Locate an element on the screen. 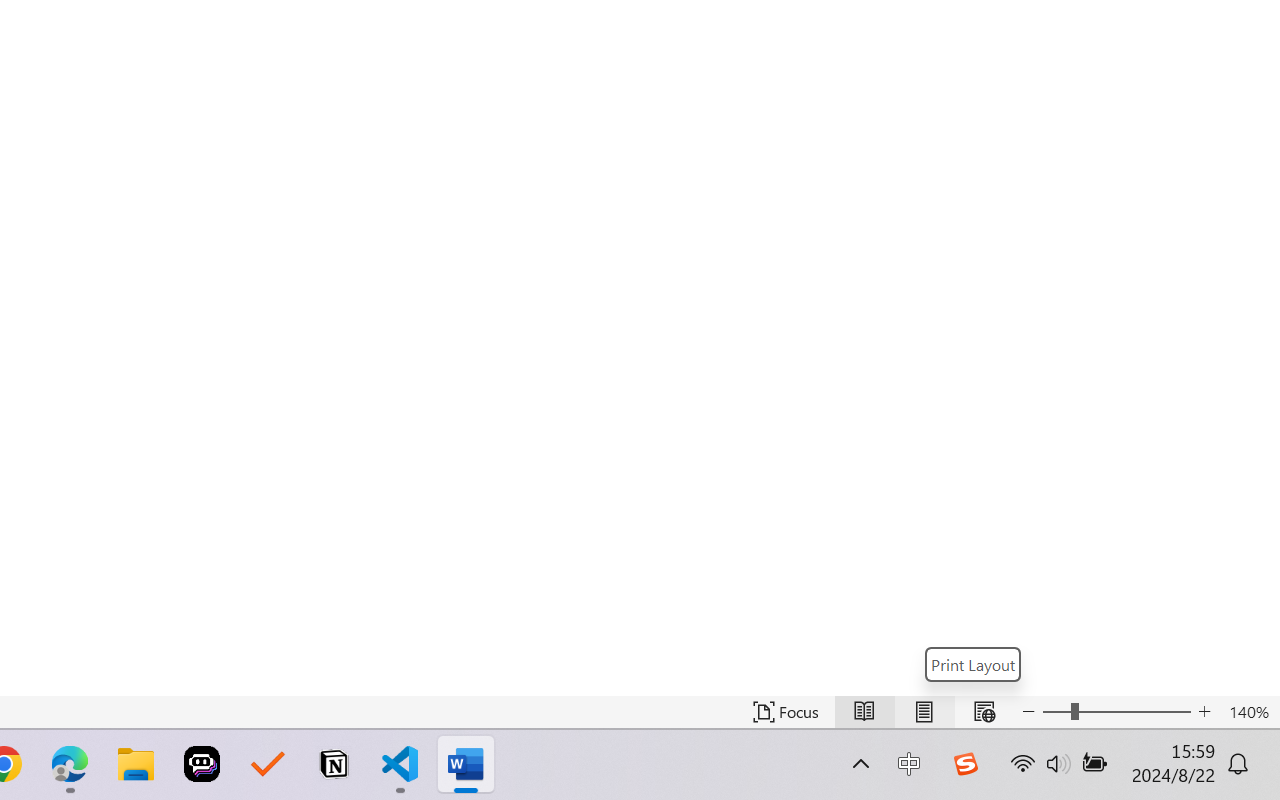 The width and height of the screenshot is (1280, 800). 'Decrease Text Size' is located at coordinates (1029, 711).